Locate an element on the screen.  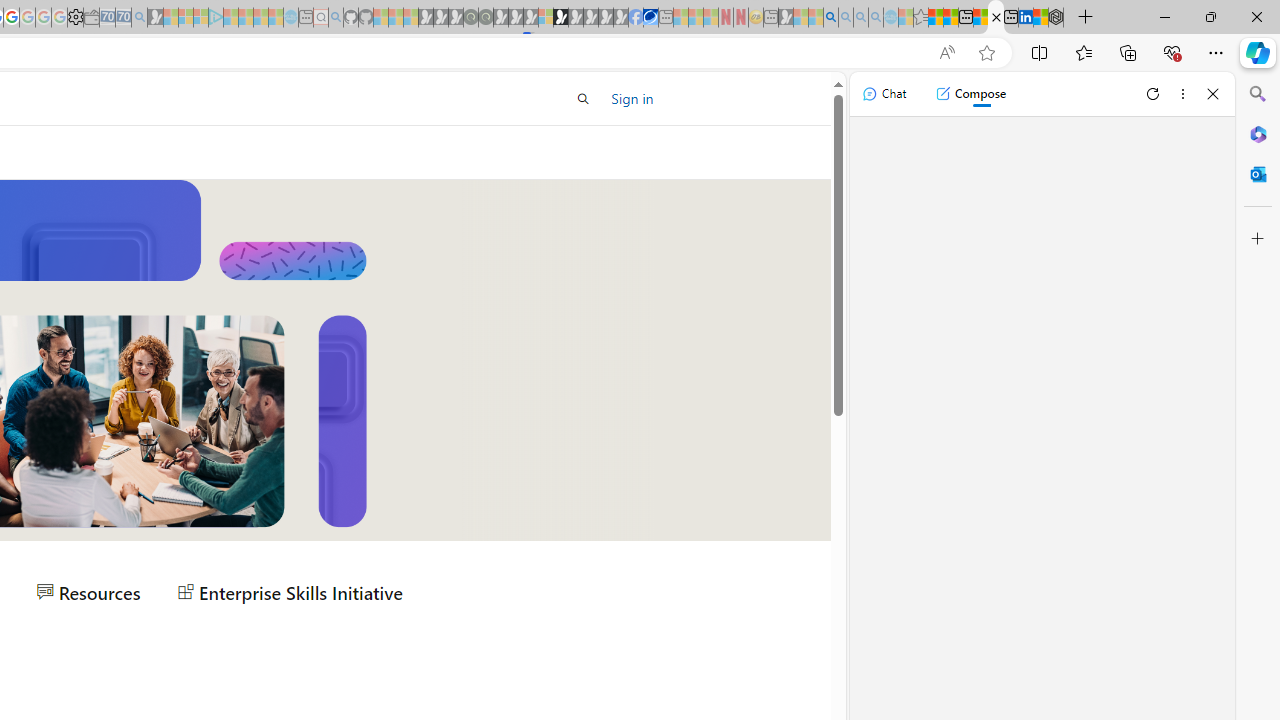
'Future Focus Report 2024 - Sleeping' is located at coordinates (485, 17).